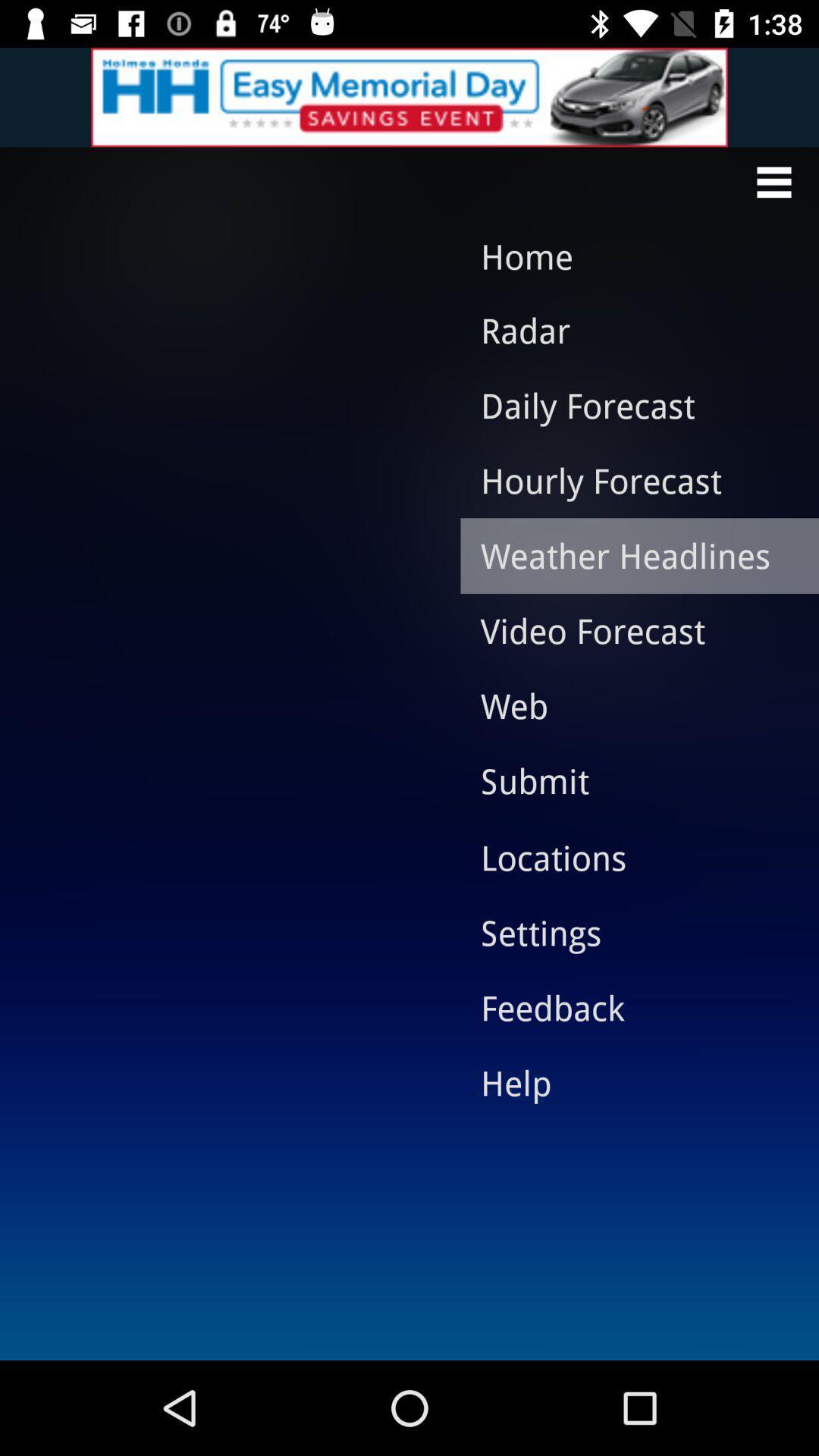 The image size is (819, 1456). I want to click on the icon above the video forecast, so click(628, 554).